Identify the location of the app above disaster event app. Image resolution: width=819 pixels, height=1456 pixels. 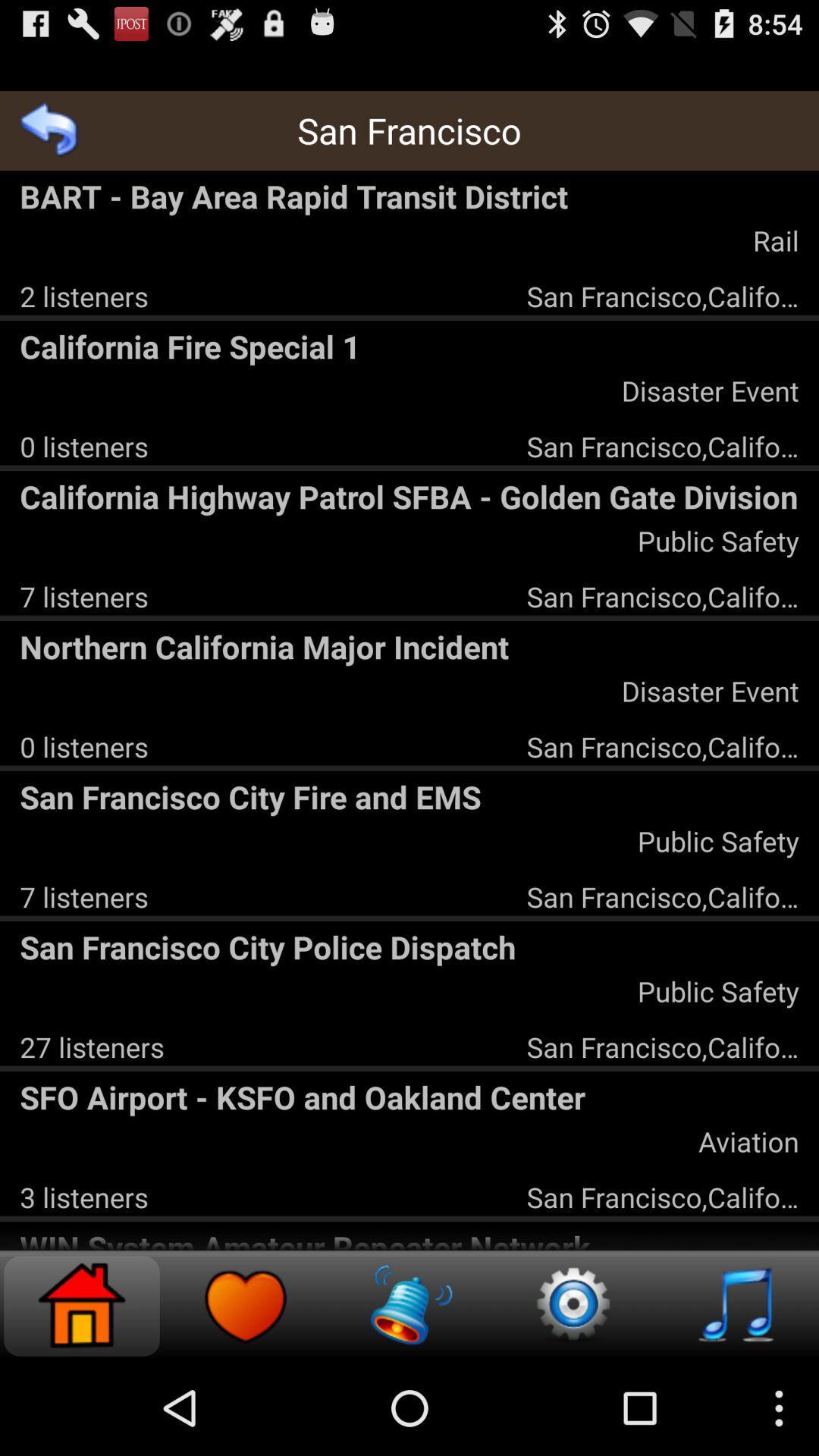
(409, 646).